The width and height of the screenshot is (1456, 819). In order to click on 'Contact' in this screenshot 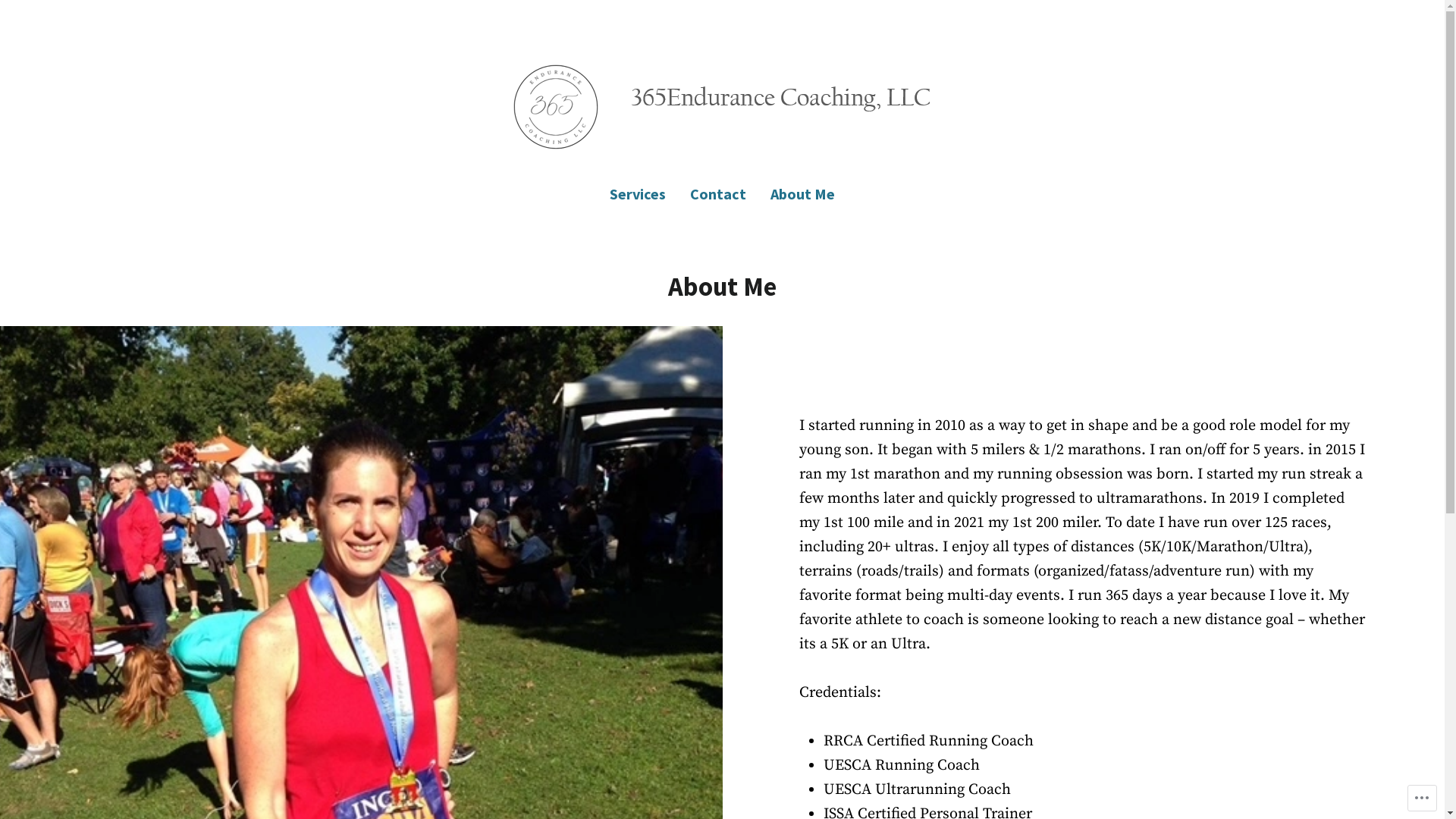, I will do `click(717, 193)`.